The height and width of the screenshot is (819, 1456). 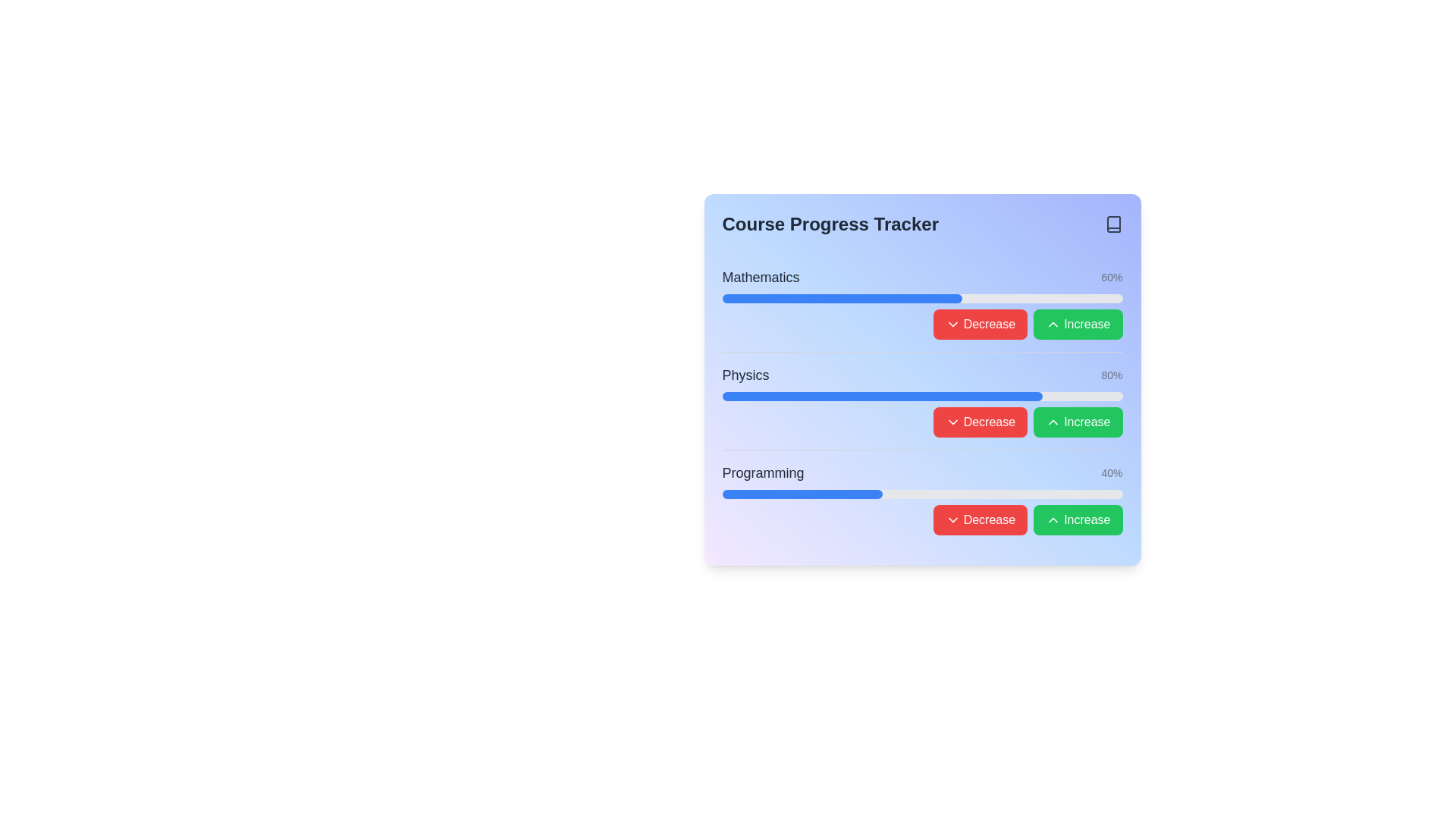 I want to click on the second button, so click(x=1077, y=422).